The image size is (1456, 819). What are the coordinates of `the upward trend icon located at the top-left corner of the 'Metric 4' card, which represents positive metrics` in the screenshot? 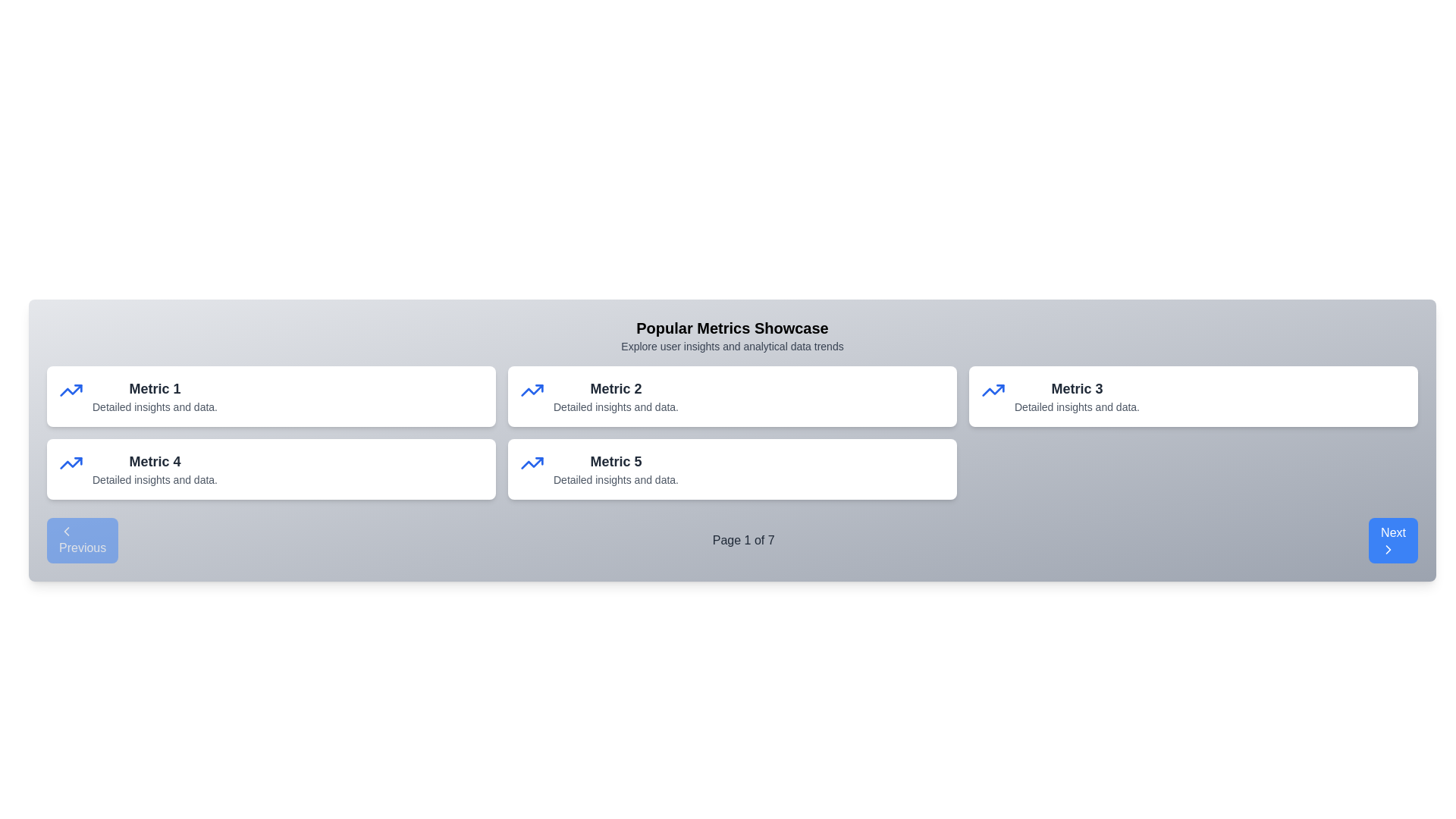 It's located at (71, 462).